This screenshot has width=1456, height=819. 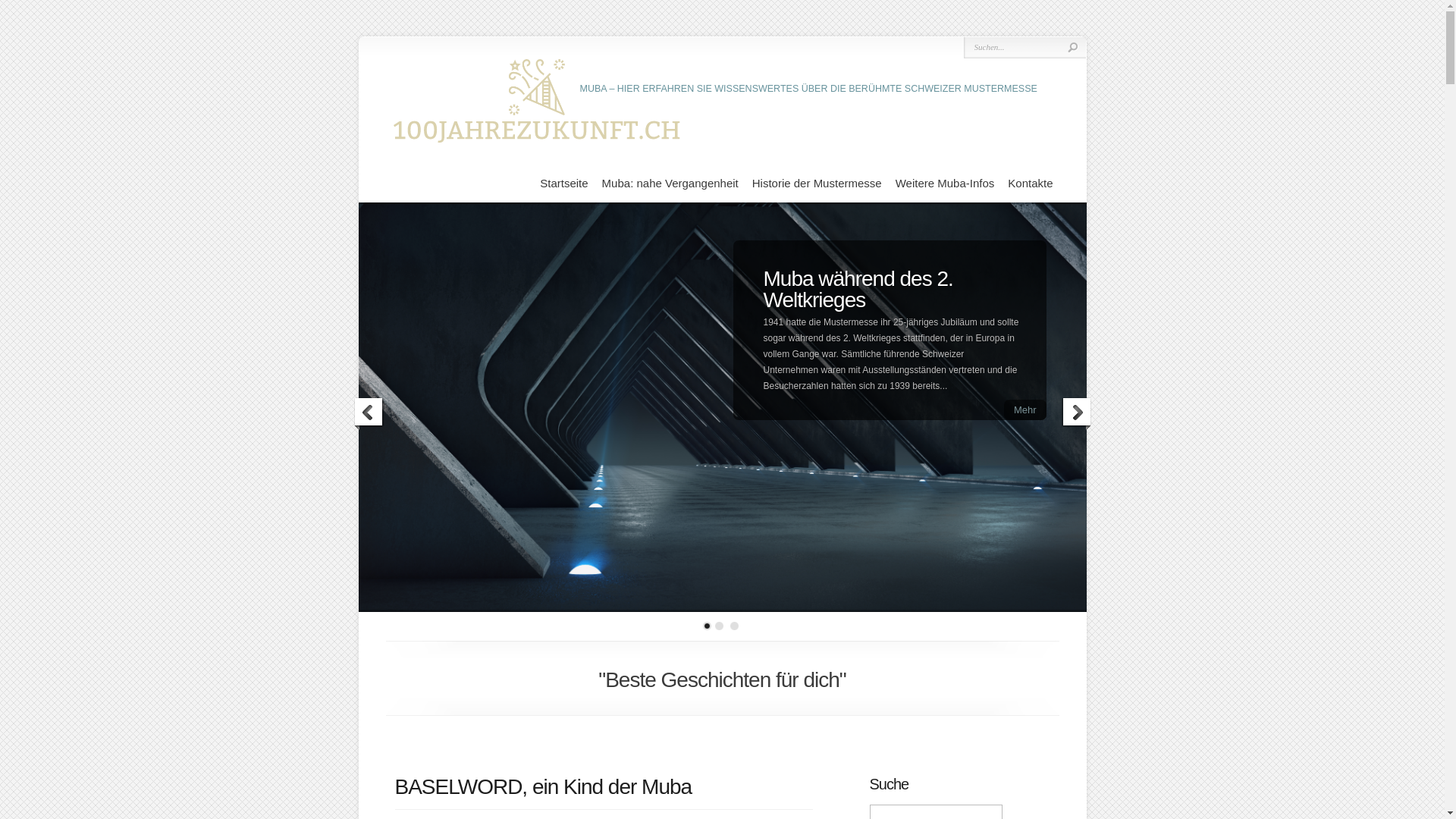 What do you see at coordinates (734, 626) in the screenshot?
I see `'3'` at bounding box center [734, 626].